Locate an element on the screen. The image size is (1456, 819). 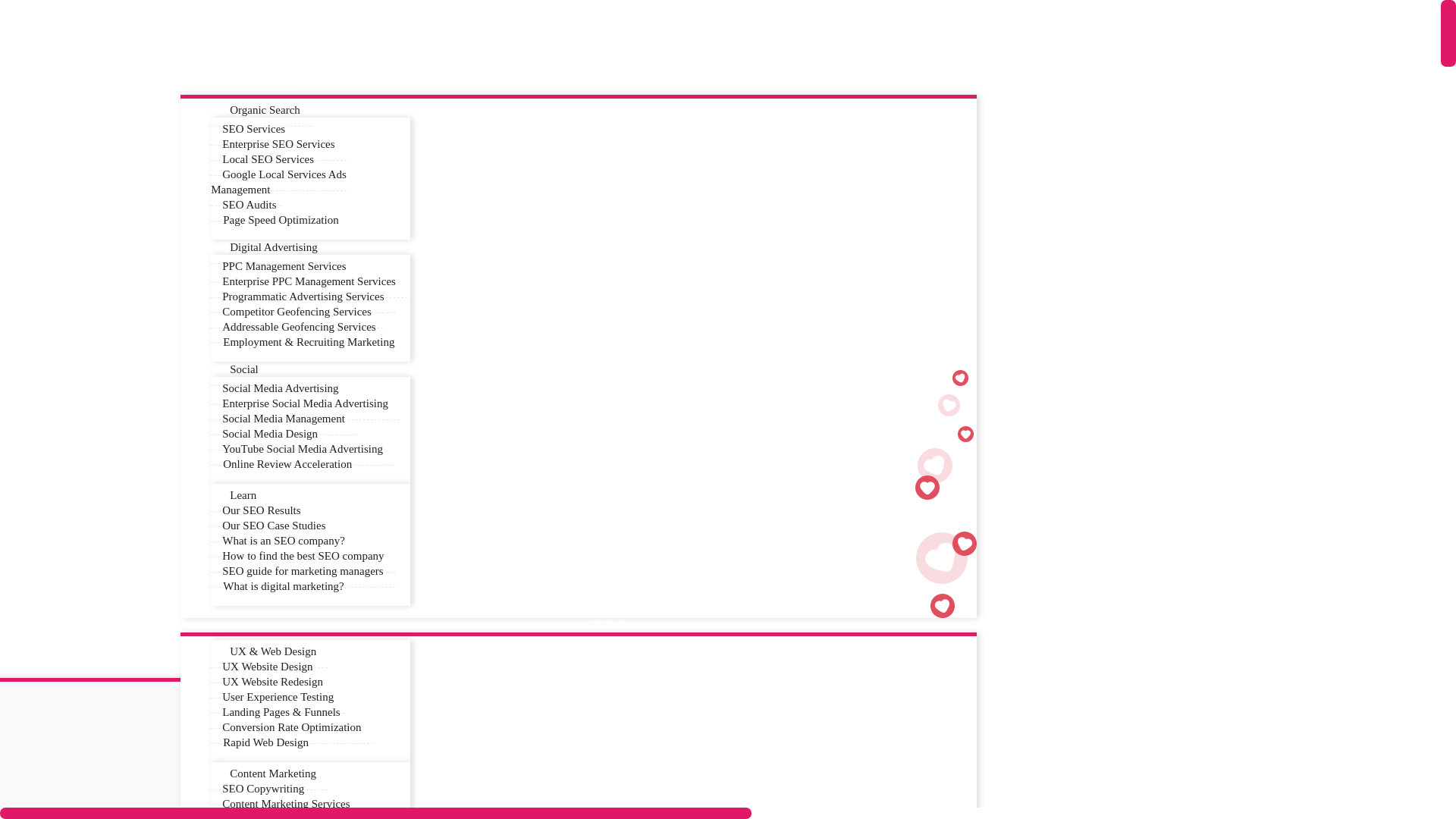
'Enterprise Social Media Advertising' is located at coordinates (304, 403).